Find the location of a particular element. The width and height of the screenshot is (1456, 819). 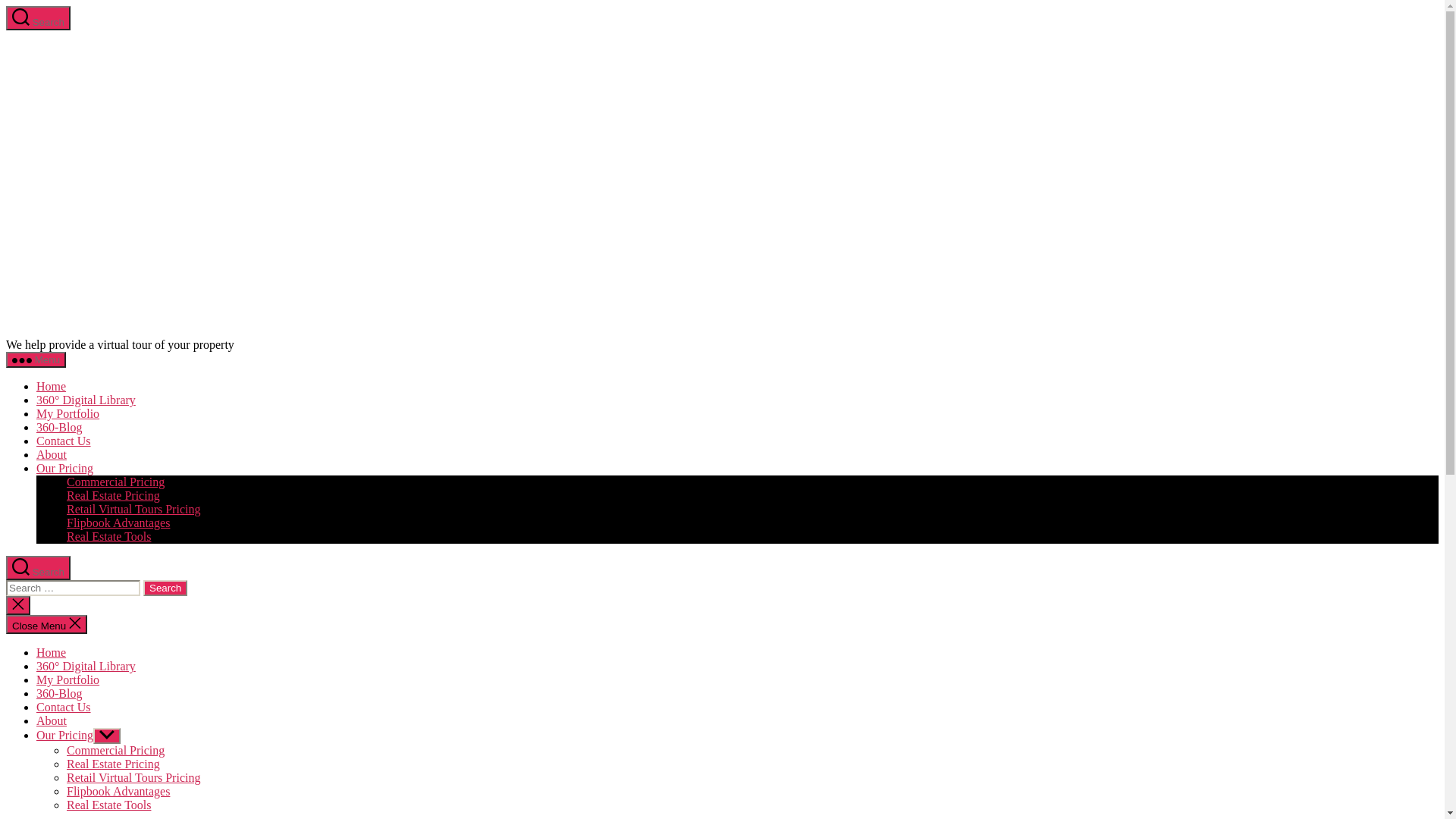

'Real Estate Pricing' is located at coordinates (112, 495).